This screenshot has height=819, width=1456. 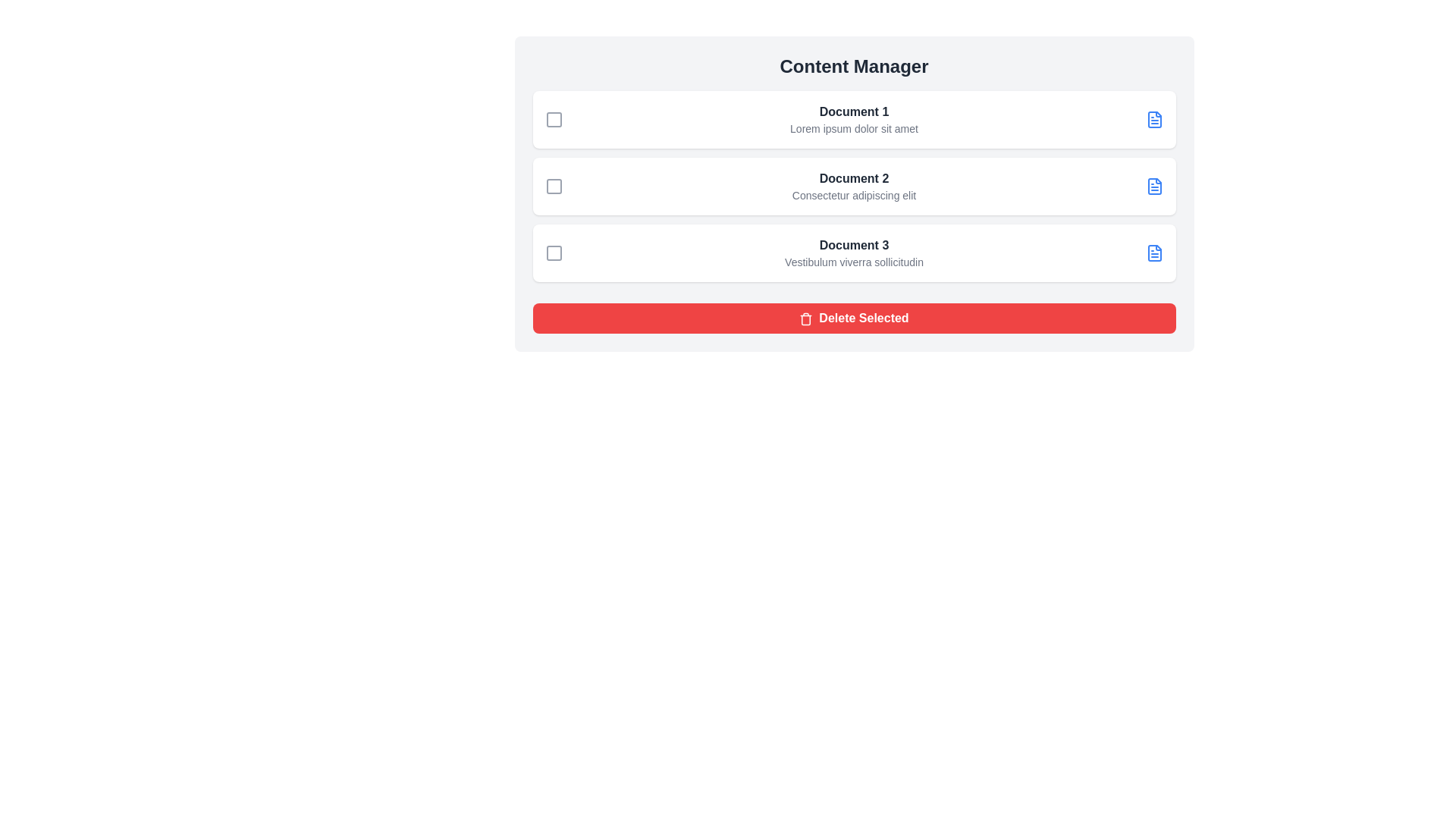 I want to click on the document icon for Document 2, so click(x=1153, y=186).